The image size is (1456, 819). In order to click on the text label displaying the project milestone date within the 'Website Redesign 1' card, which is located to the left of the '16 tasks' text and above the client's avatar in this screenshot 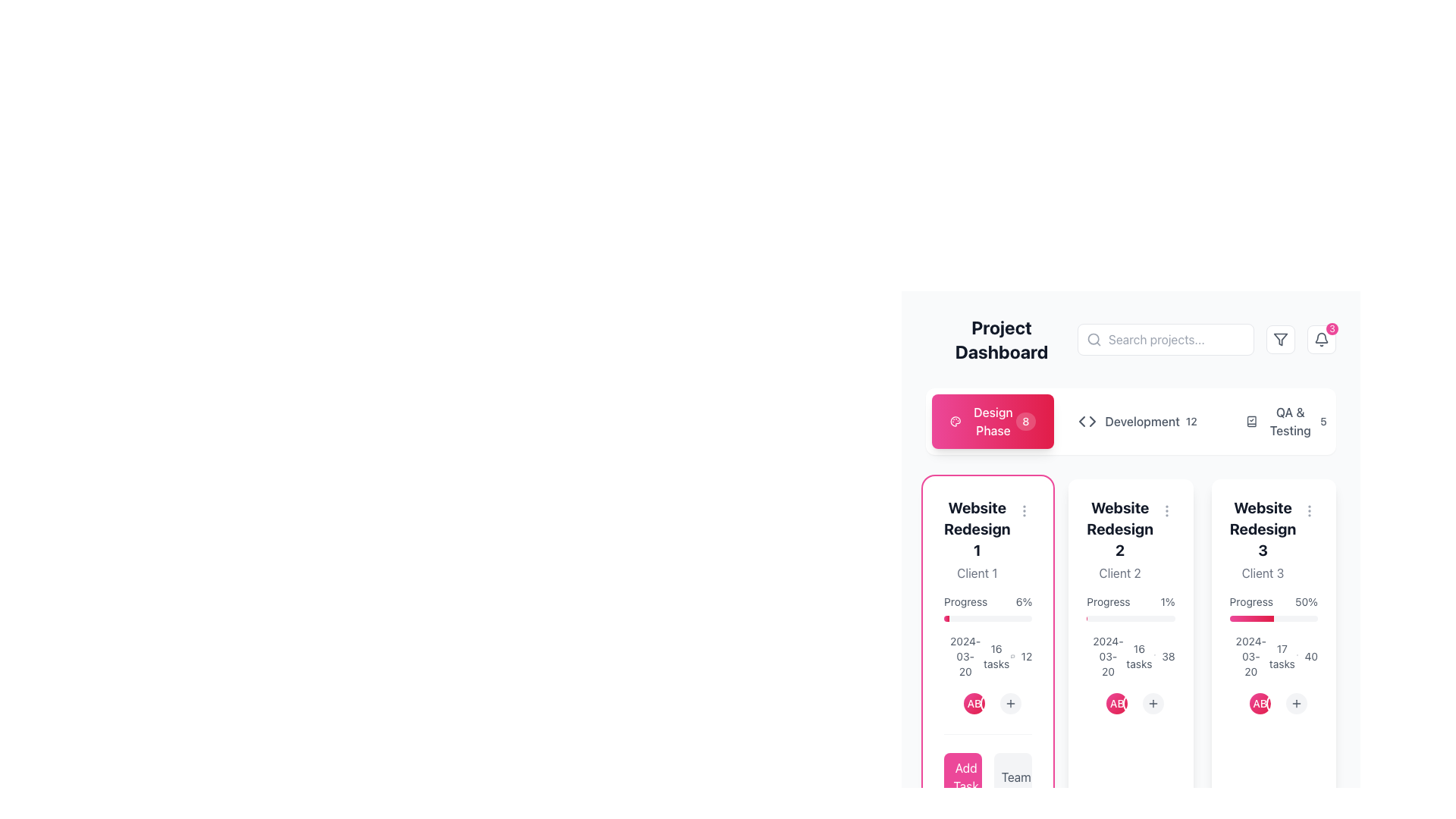, I will do `click(954, 656)`.